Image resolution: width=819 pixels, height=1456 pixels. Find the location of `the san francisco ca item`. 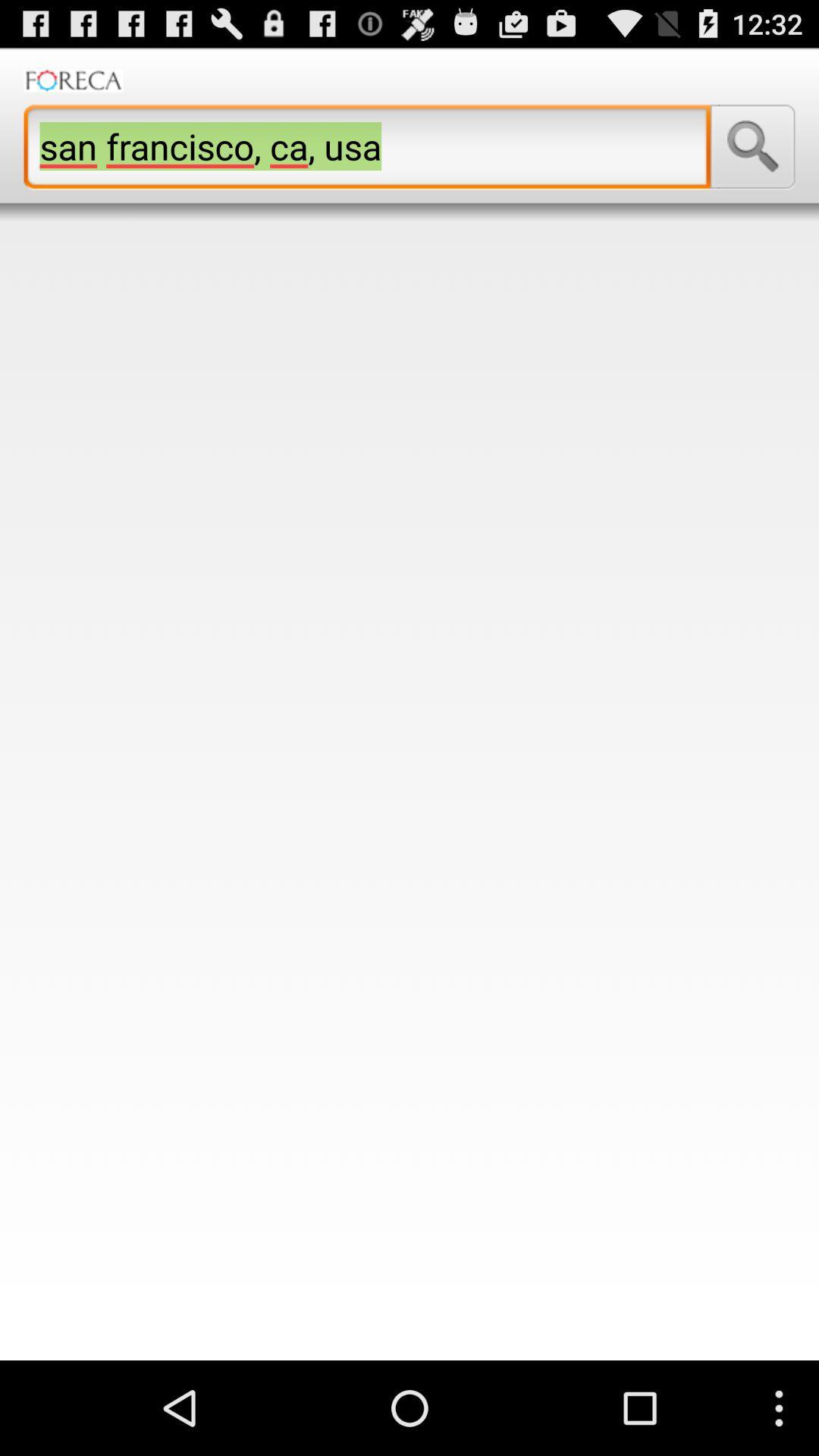

the san francisco ca item is located at coordinates (367, 146).